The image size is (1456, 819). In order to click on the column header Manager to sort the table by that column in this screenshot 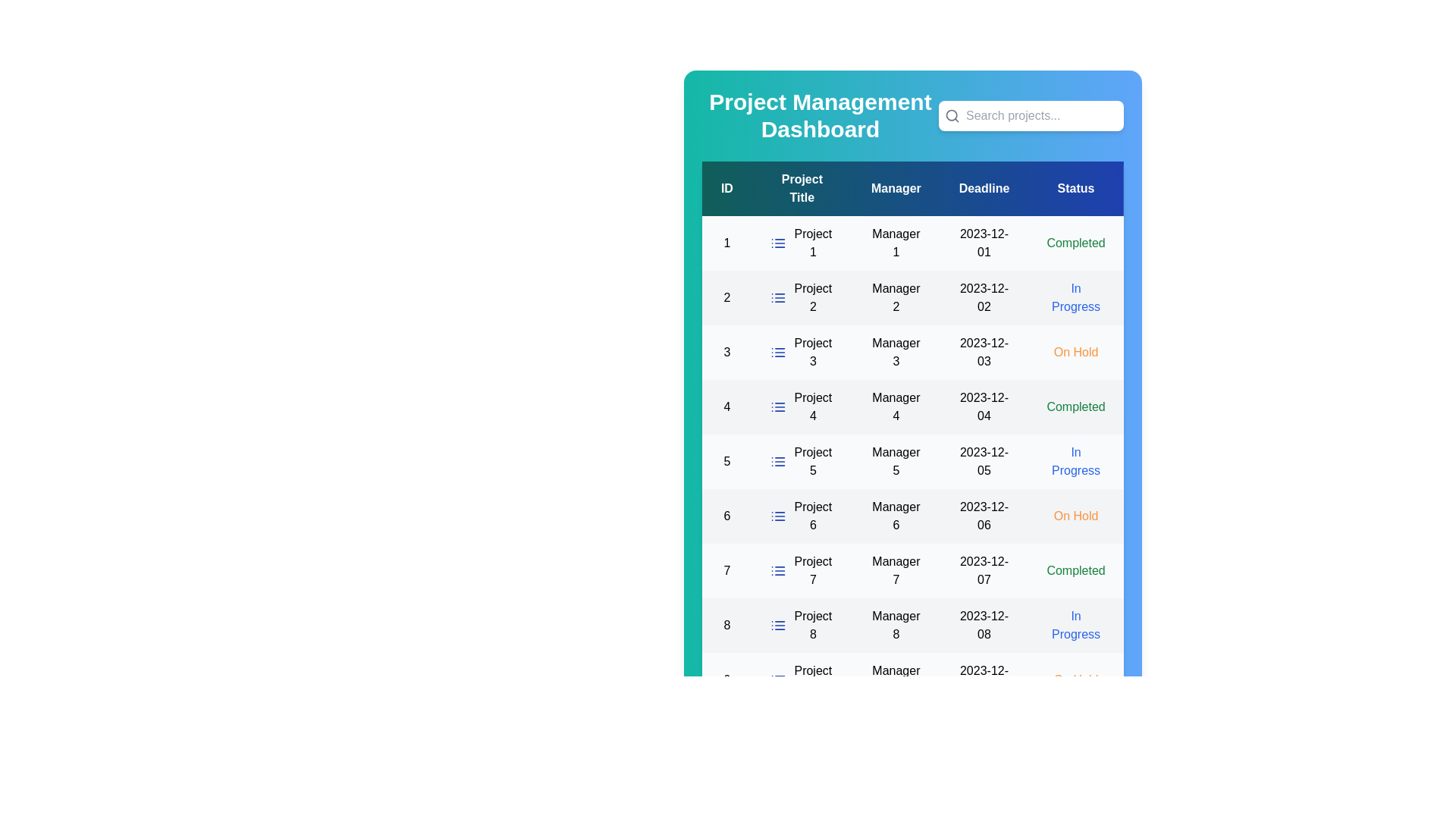, I will do `click(896, 188)`.